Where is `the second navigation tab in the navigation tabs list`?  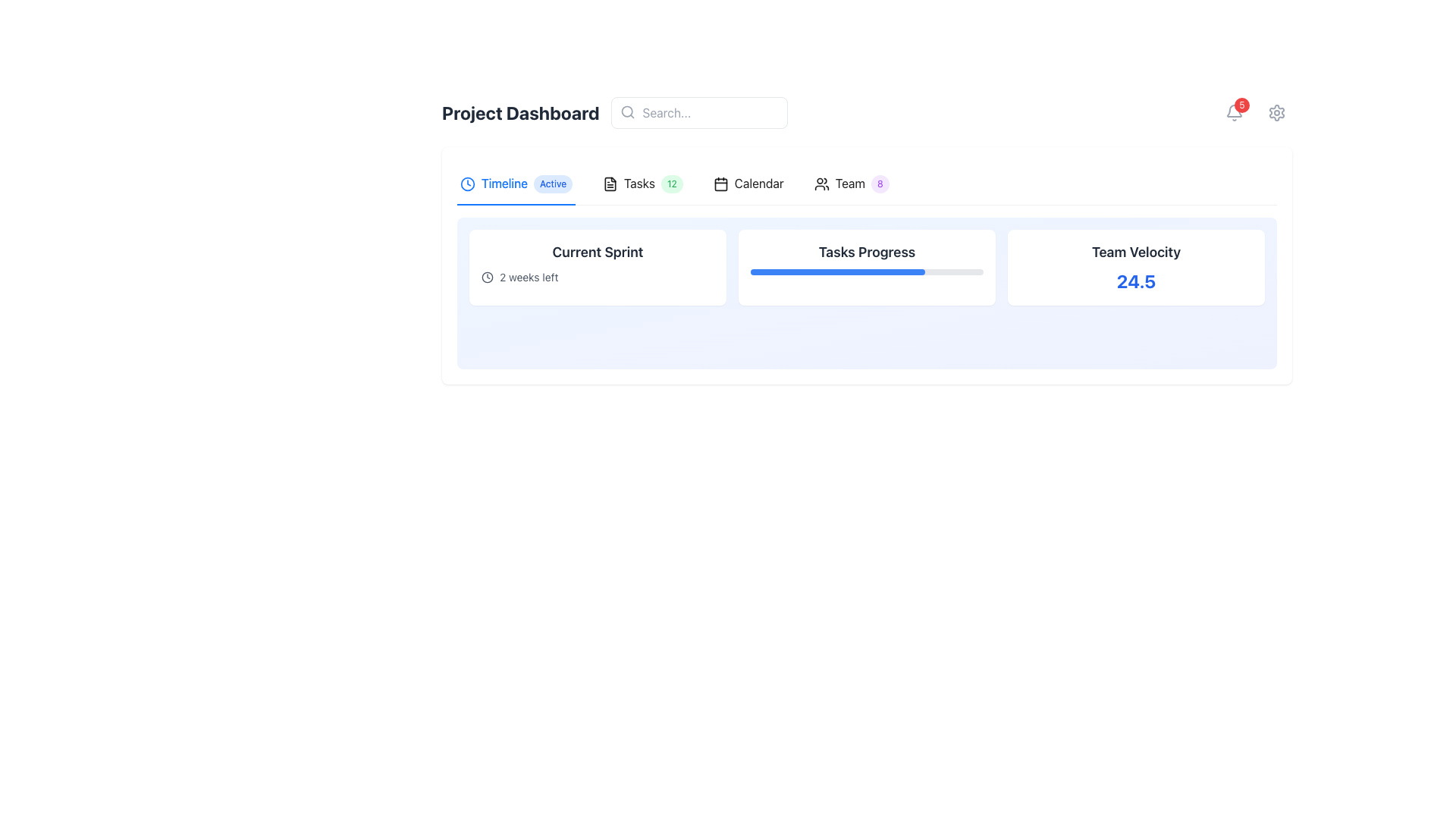 the second navigation tab in the navigation tabs list is located at coordinates (673, 183).